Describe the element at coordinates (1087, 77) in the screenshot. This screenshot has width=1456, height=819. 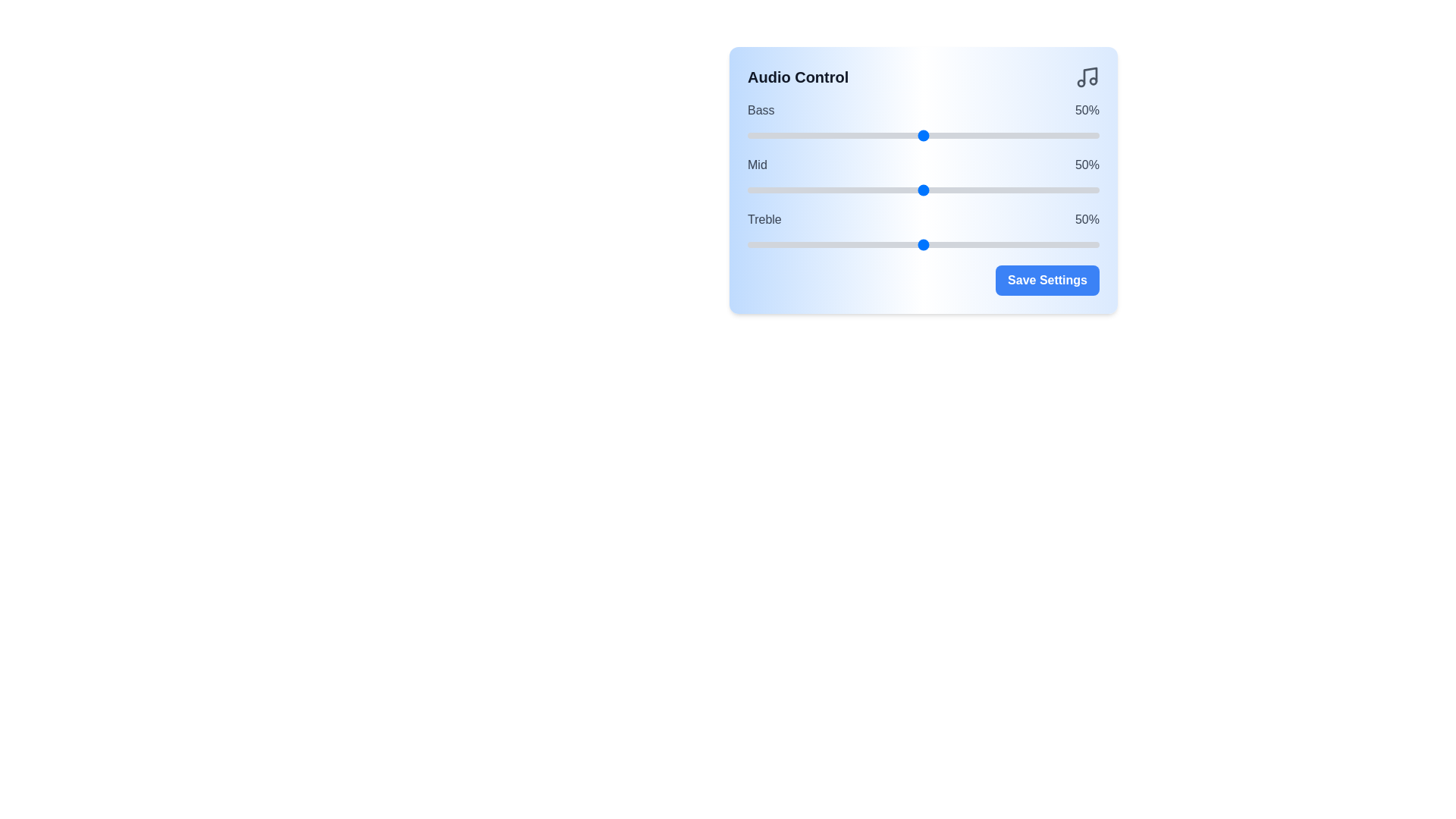
I see `the Music icon` at that location.